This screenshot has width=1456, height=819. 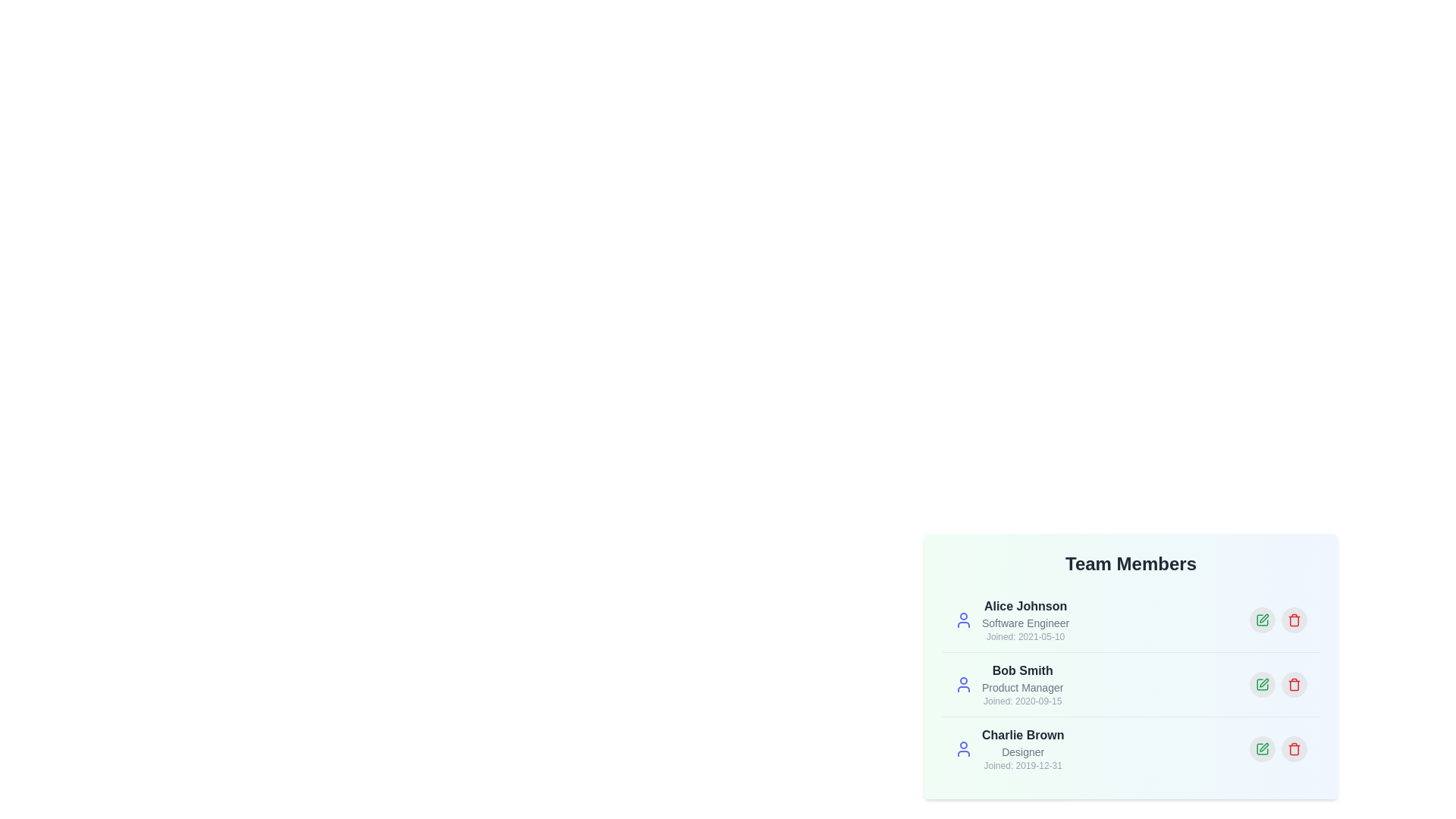 I want to click on the profile of Charlie Brown to highlight it, so click(x=1131, y=748).